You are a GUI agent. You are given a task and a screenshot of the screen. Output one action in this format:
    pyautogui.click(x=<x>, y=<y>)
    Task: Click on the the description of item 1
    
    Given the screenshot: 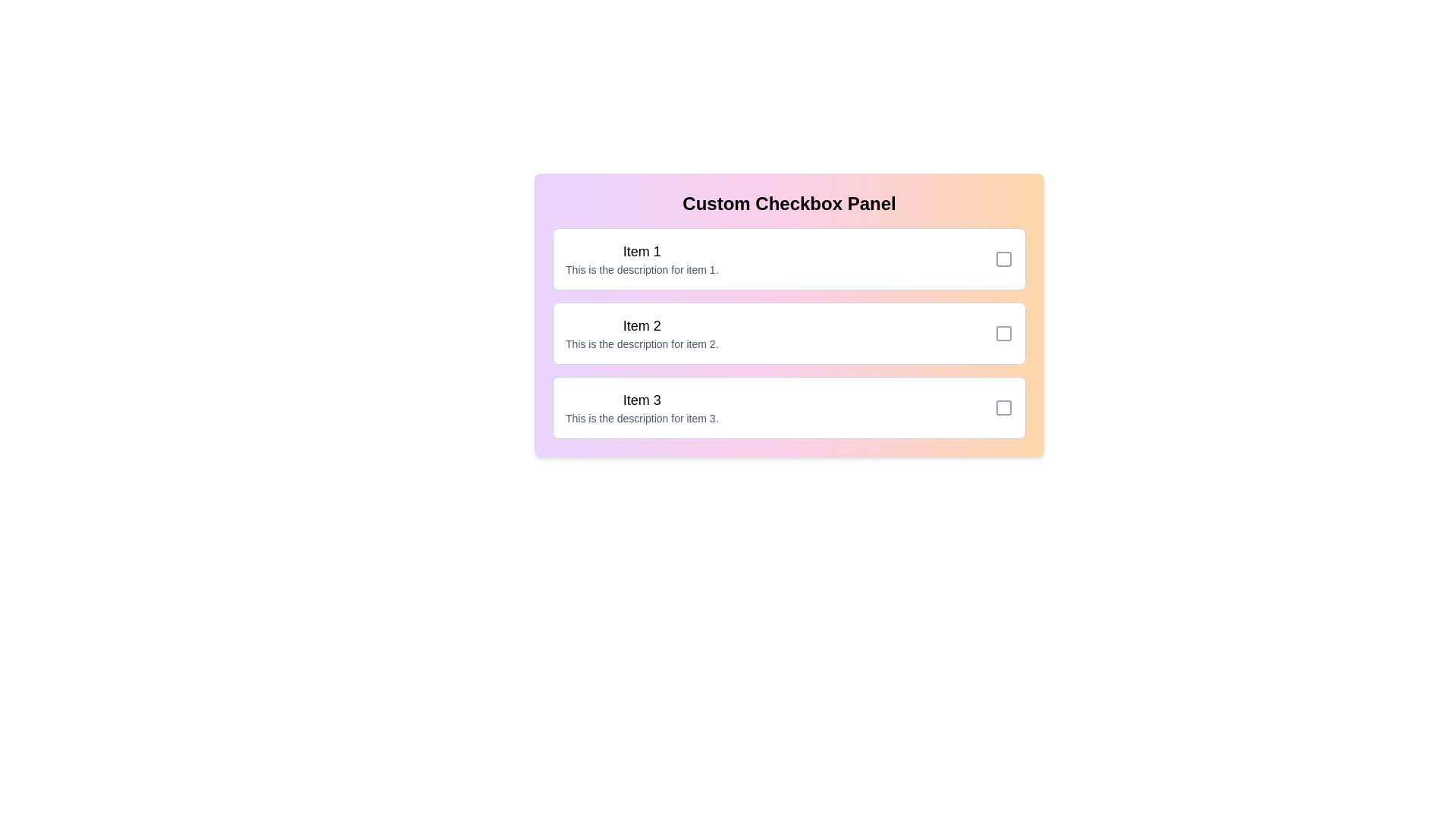 What is the action you would take?
    pyautogui.click(x=642, y=268)
    